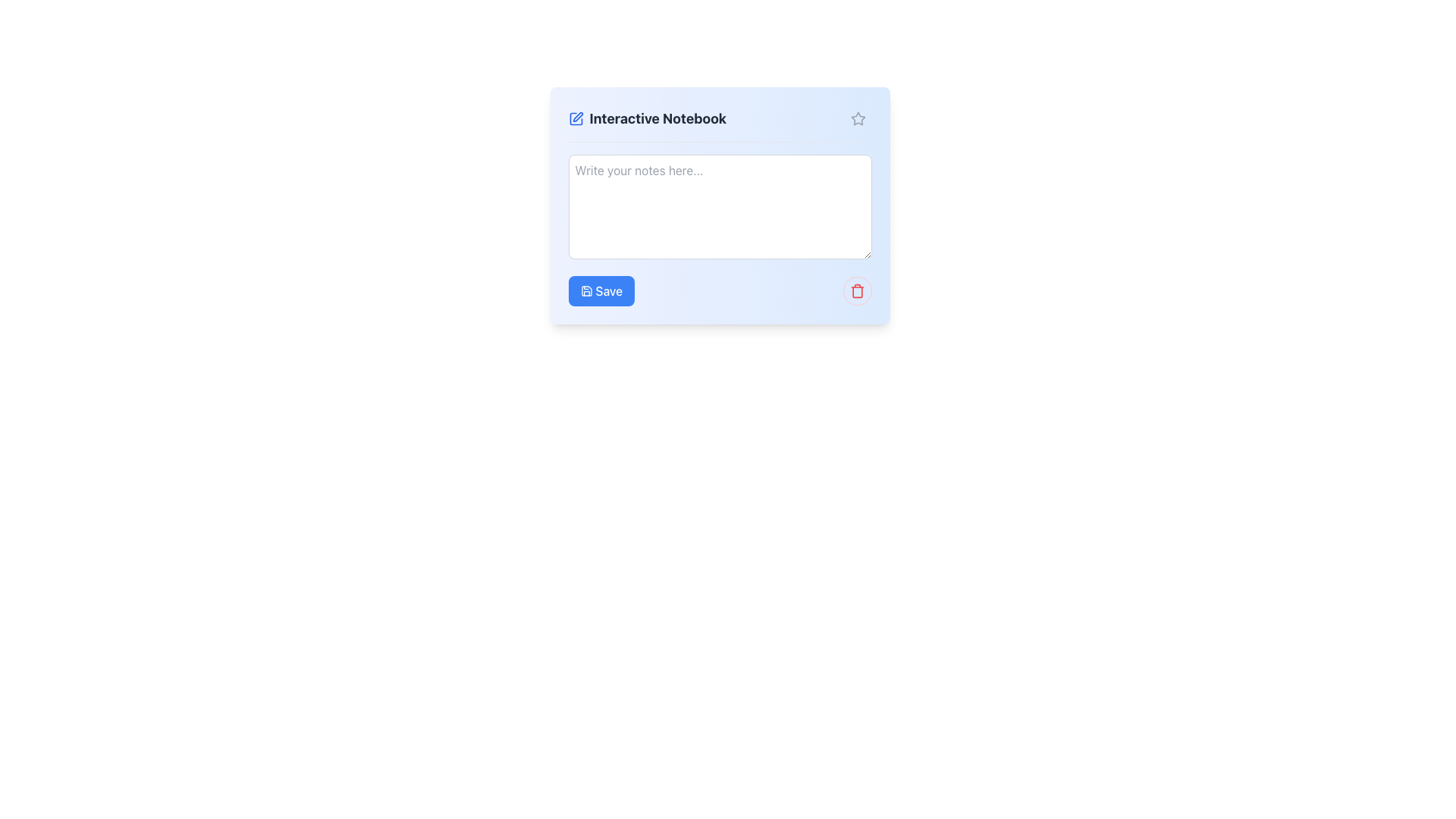  What do you see at coordinates (601, 291) in the screenshot?
I see `the 'Save' button, which is a rectangular button with rounded corners, blue background, and white text` at bounding box center [601, 291].